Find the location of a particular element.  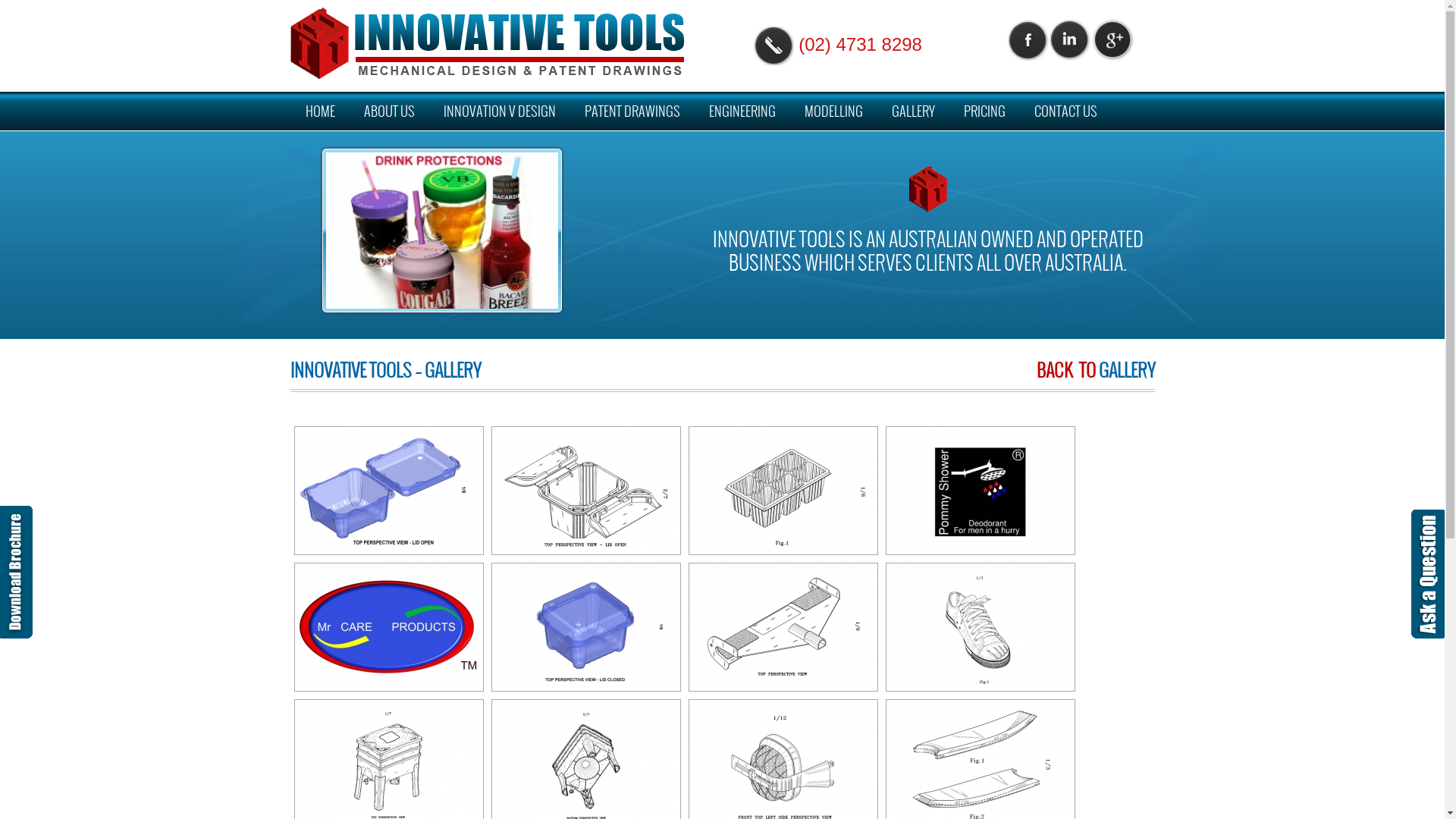

'MODELLING' is located at coordinates (832, 110).